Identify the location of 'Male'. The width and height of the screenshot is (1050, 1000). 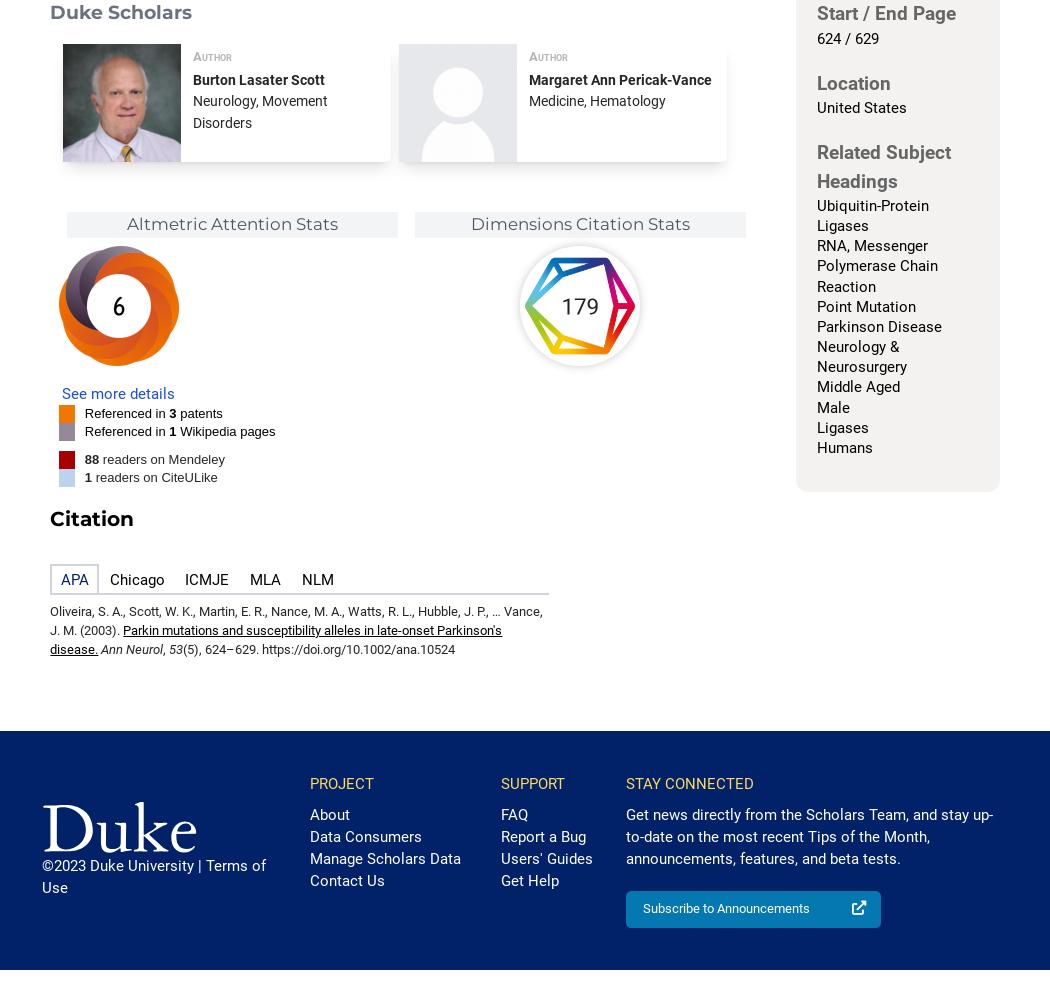
(814, 407).